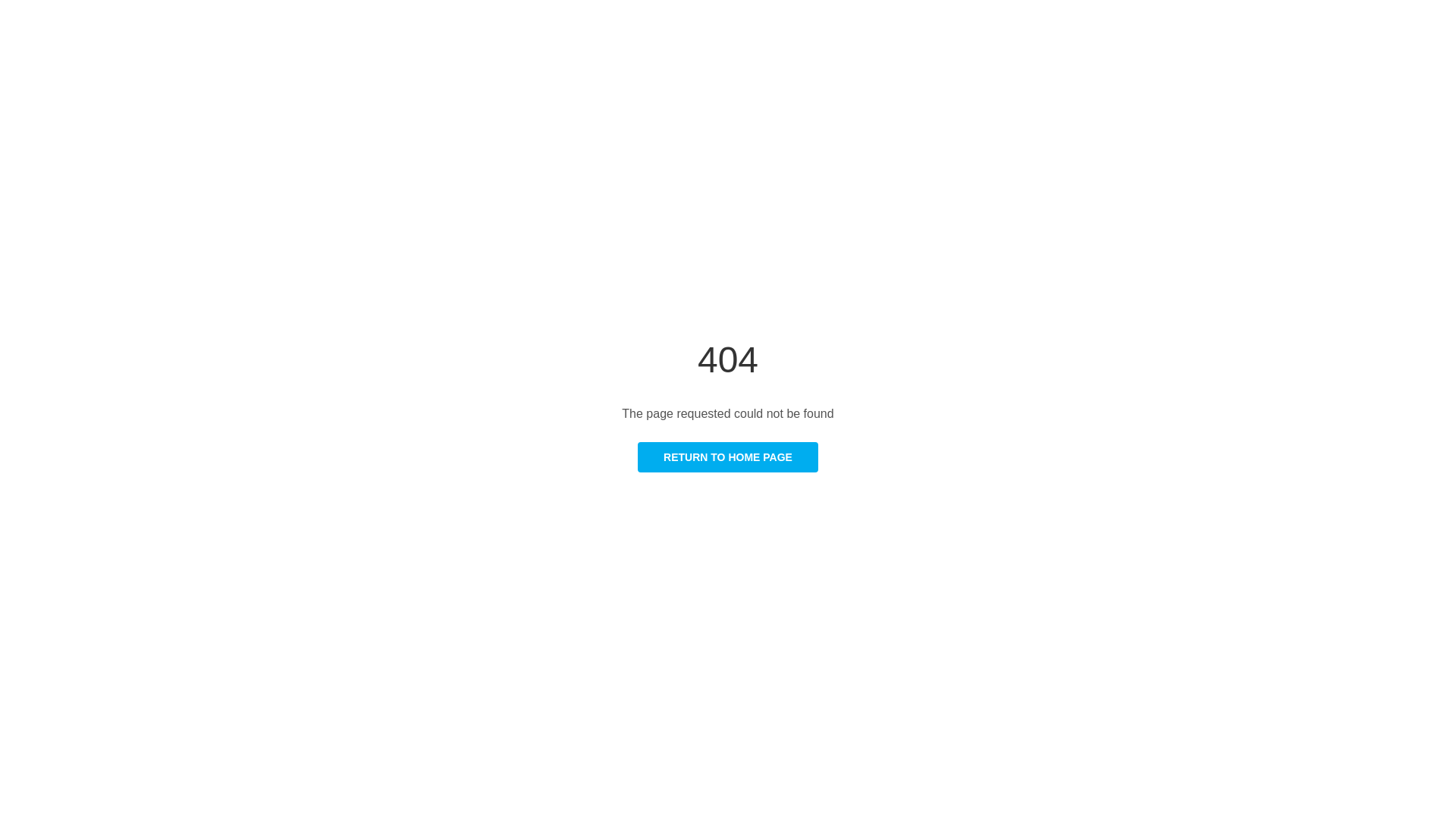 The width and height of the screenshot is (1456, 819). What do you see at coordinates (728, 456) in the screenshot?
I see `'RETURN TO HOME PAGE'` at bounding box center [728, 456].